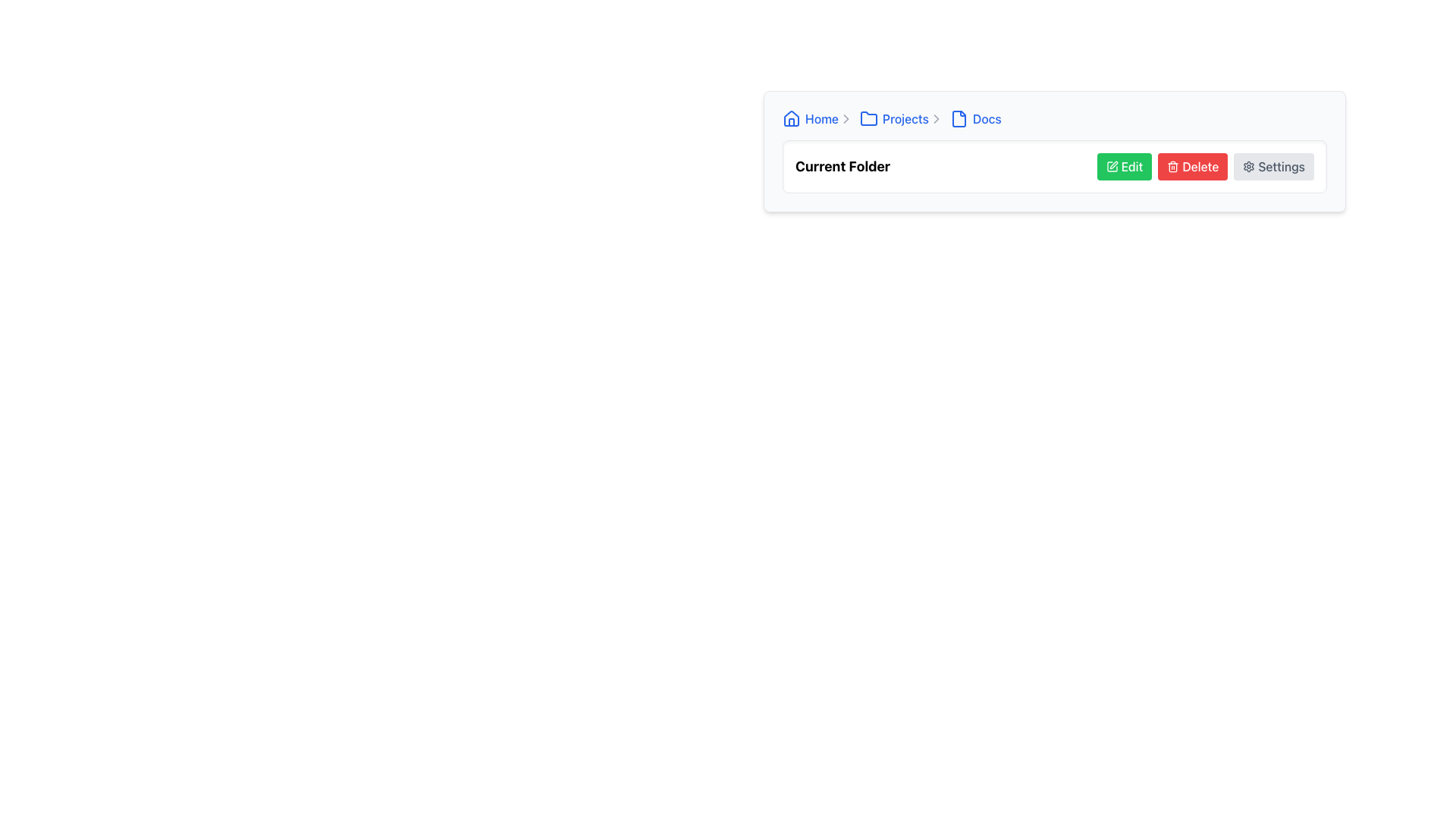 The height and width of the screenshot is (819, 1456). I want to click on the chevron-shaped arrow icon in the breadcrumb navigation bar, which is located between 'Projects' and 'Docs', so click(846, 118).